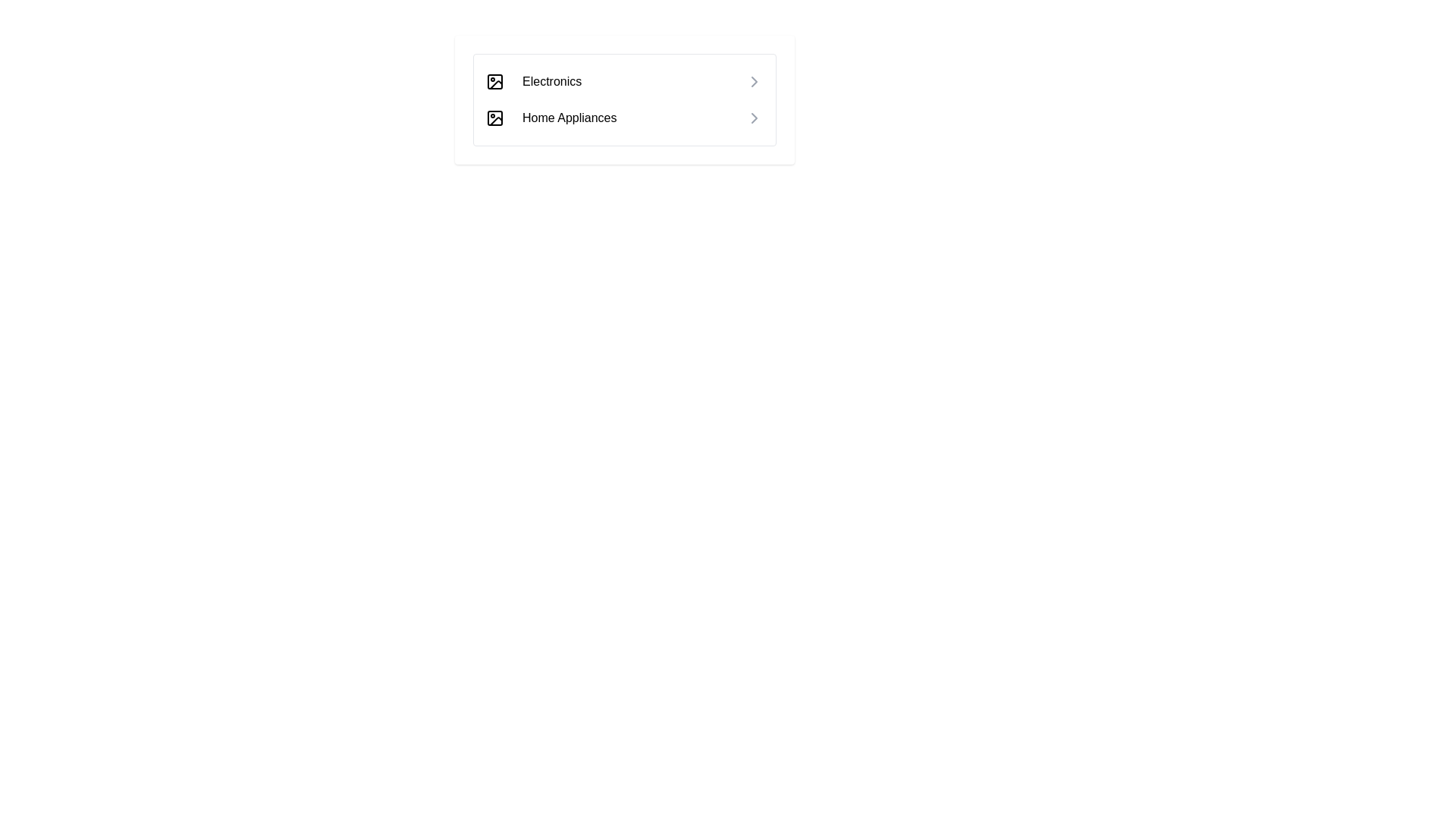  I want to click on the chevron icon located at the right edge of the 'Electronics' option, so click(754, 82).